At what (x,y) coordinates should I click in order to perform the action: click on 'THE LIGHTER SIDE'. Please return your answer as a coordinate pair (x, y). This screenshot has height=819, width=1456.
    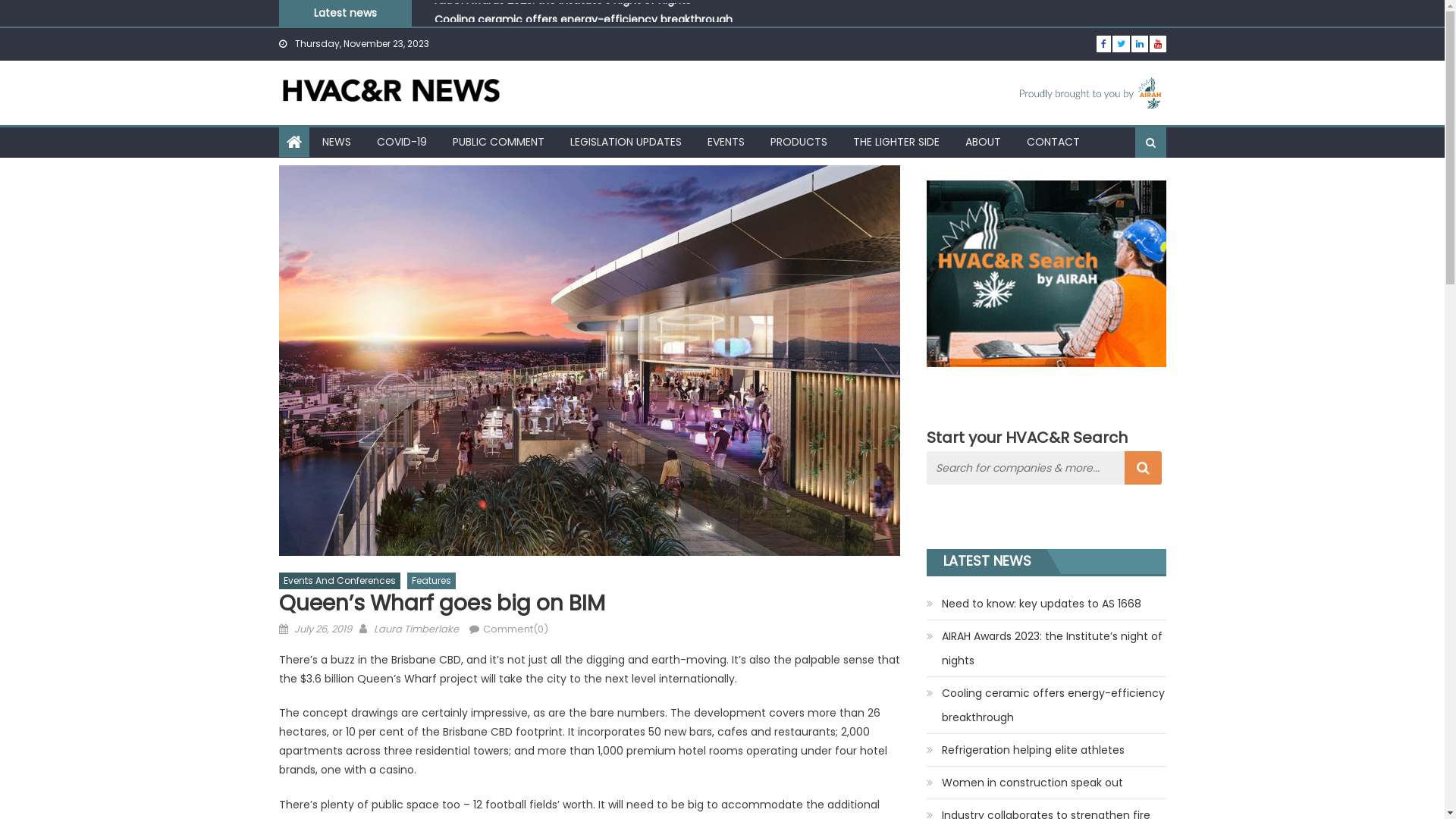
    Looking at the image, I should click on (840, 141).